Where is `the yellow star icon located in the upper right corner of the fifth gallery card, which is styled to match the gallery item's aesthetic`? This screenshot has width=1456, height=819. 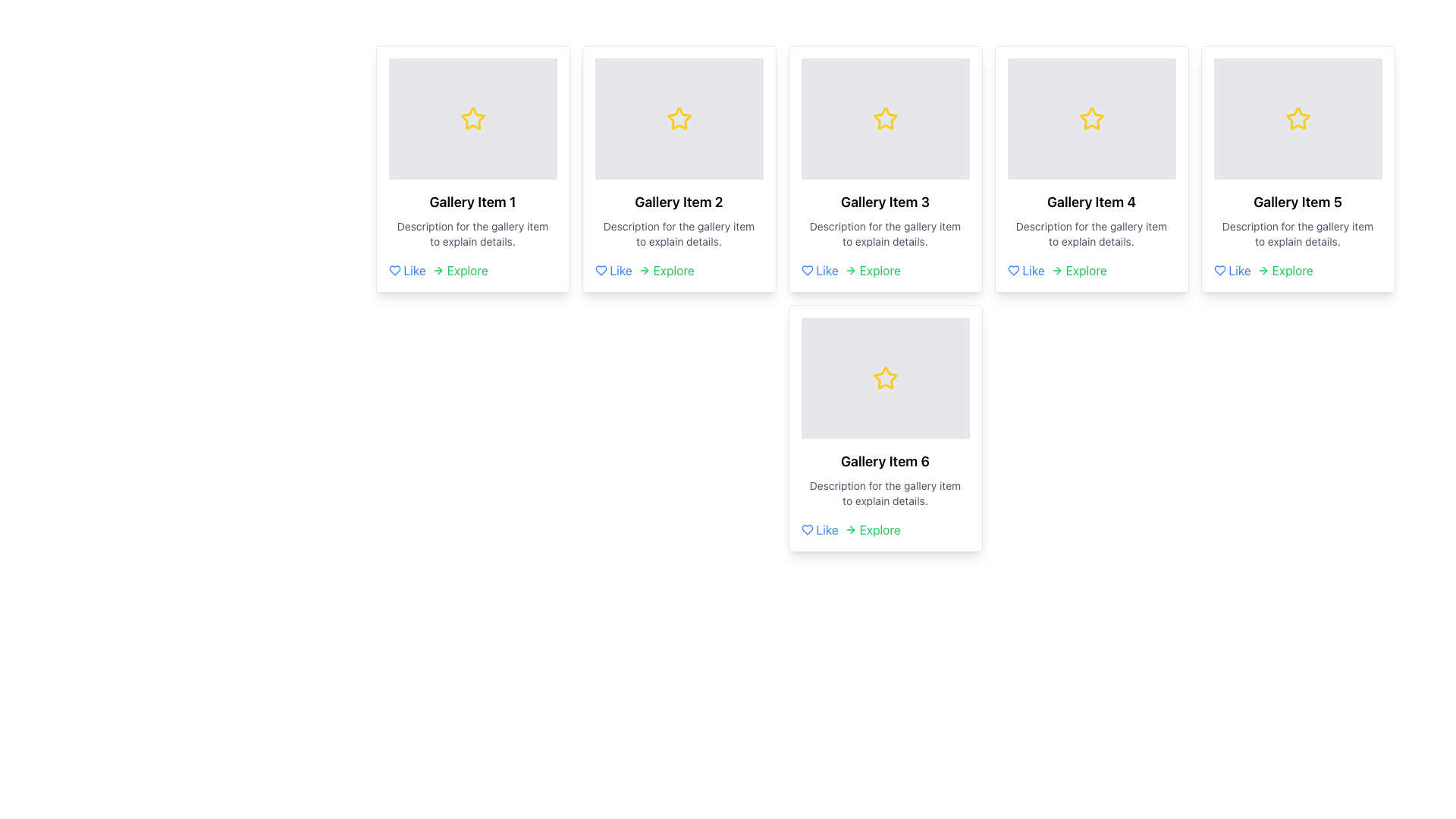 the yellow star icon located in the upper right corner of the fifth gallery card, which is styled to match the gallery item's aesthetic is located at coordinates (1297, 118).